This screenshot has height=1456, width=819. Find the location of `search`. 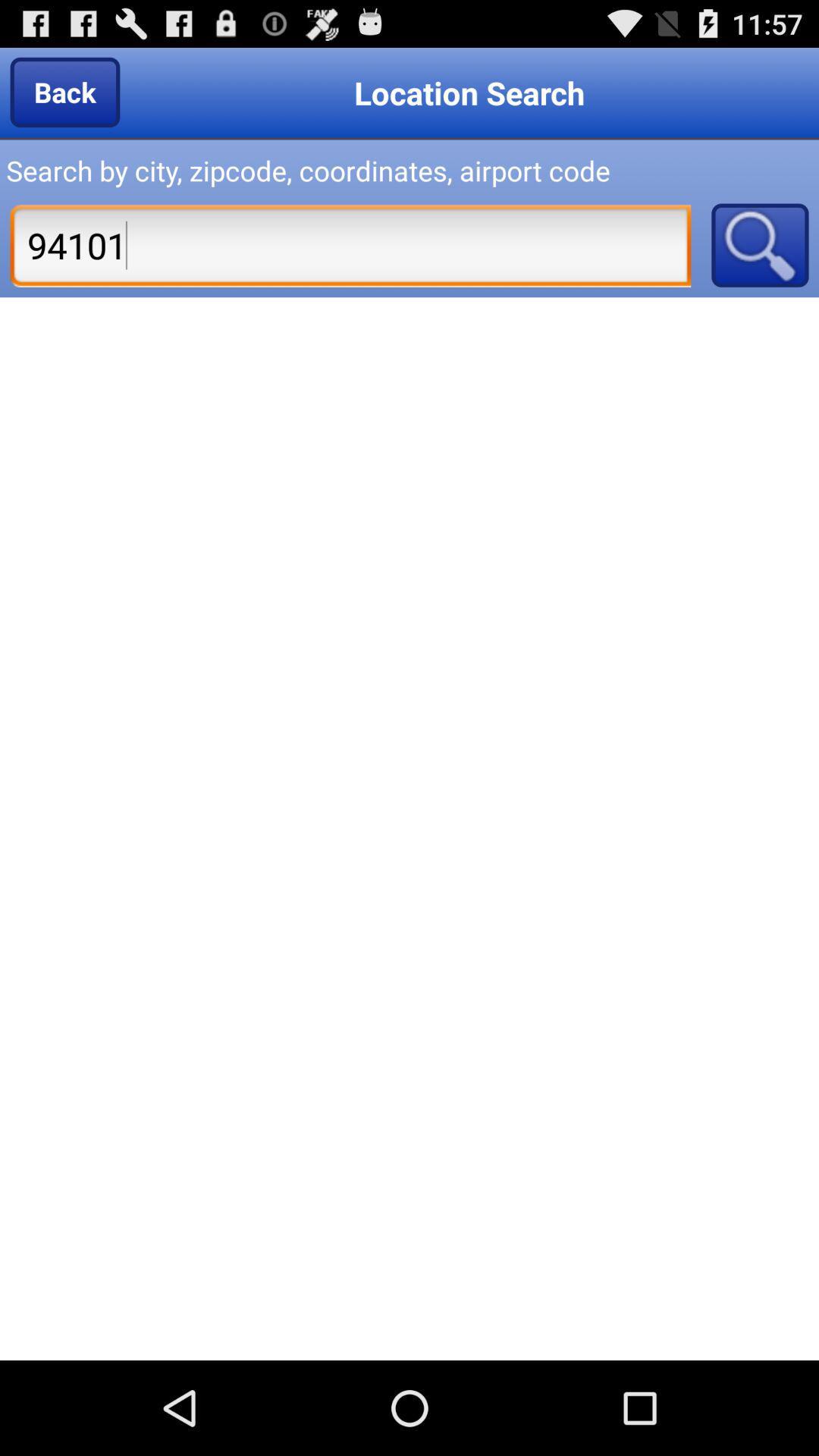

search is located at coordinates (760, 245).